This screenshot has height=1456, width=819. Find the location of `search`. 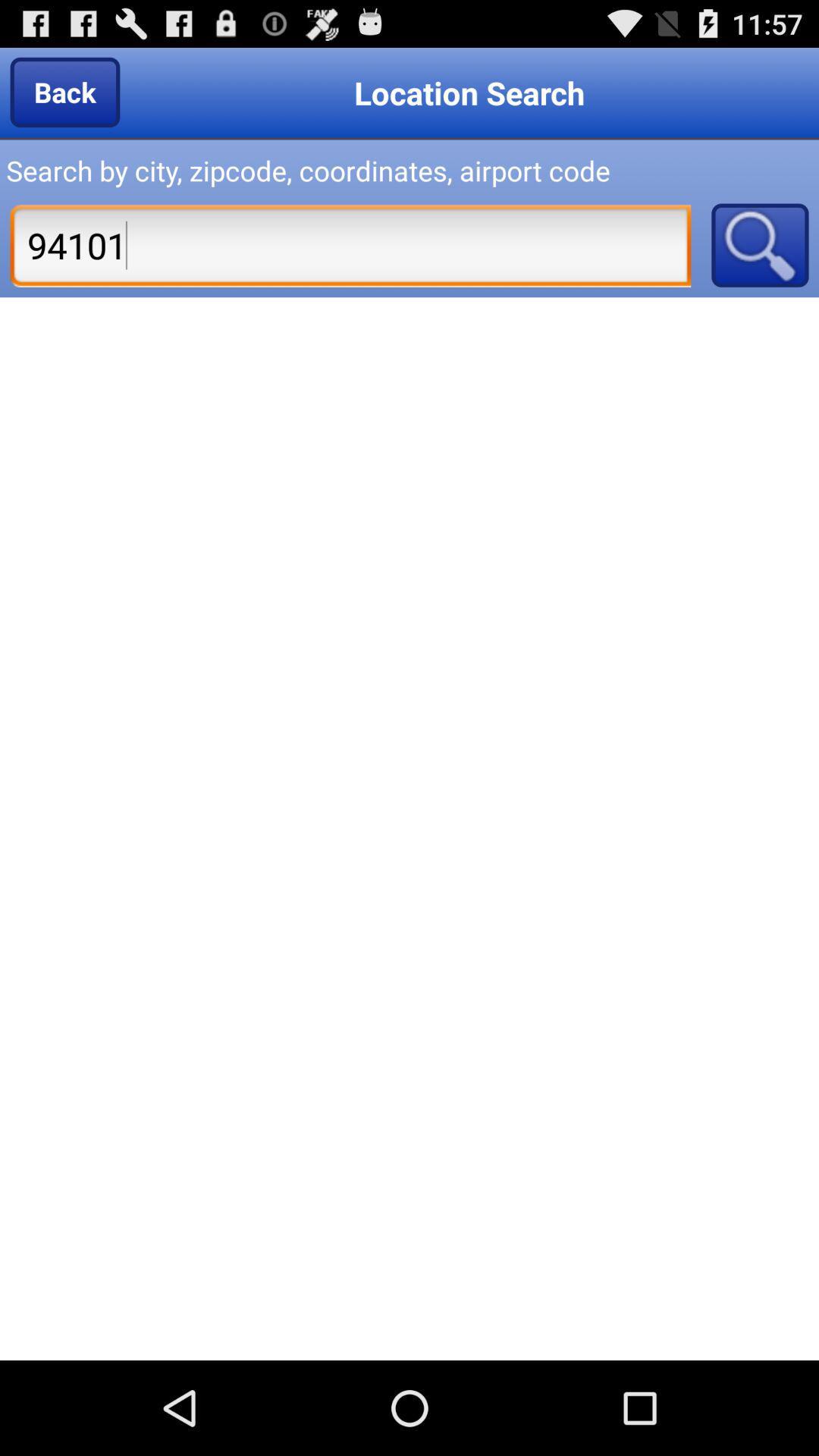

search is located at coordinates (760, 245).